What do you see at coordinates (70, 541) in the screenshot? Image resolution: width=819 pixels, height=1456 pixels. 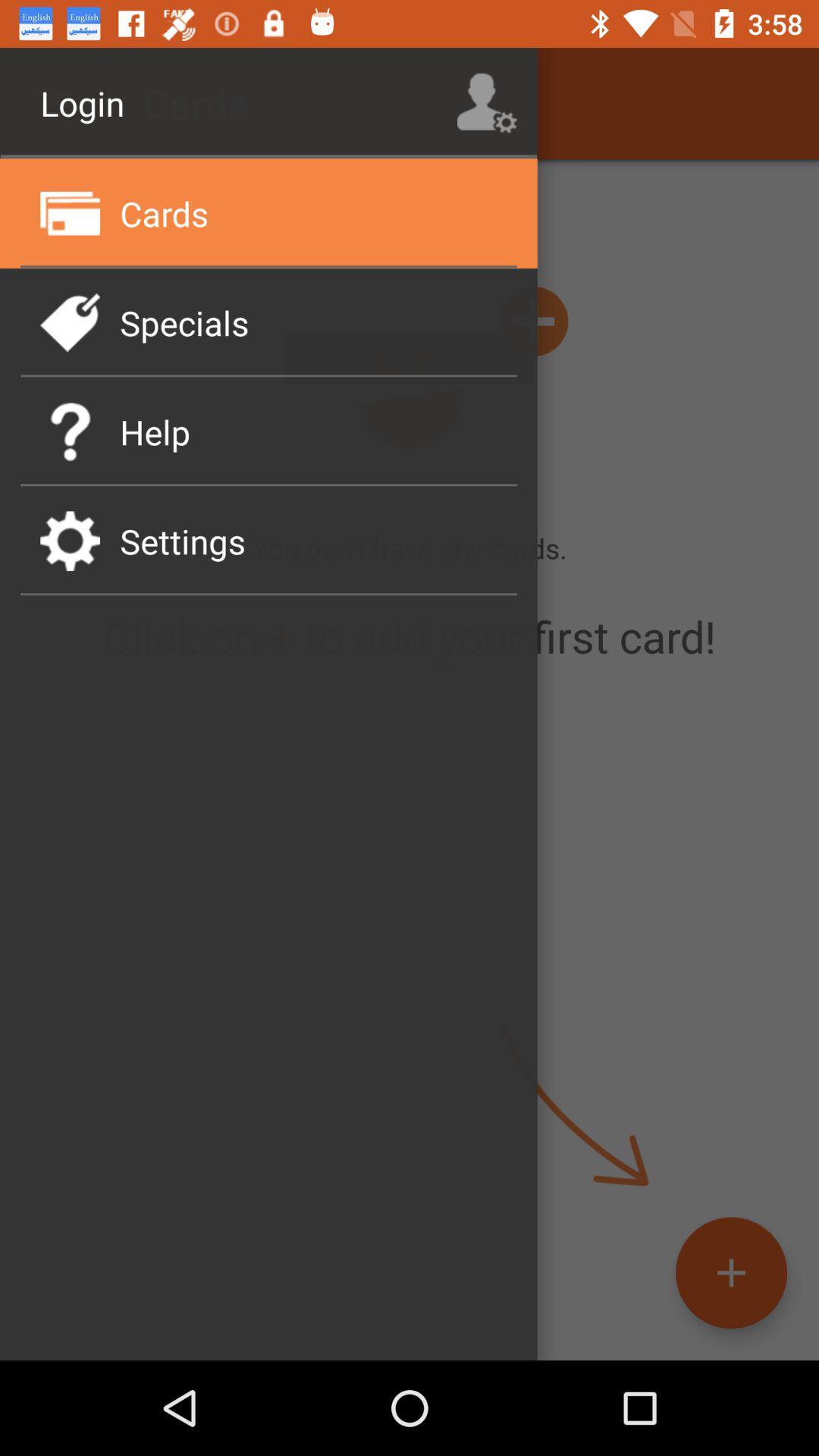 I see `the settings icon` at bounding box center [70, 541].